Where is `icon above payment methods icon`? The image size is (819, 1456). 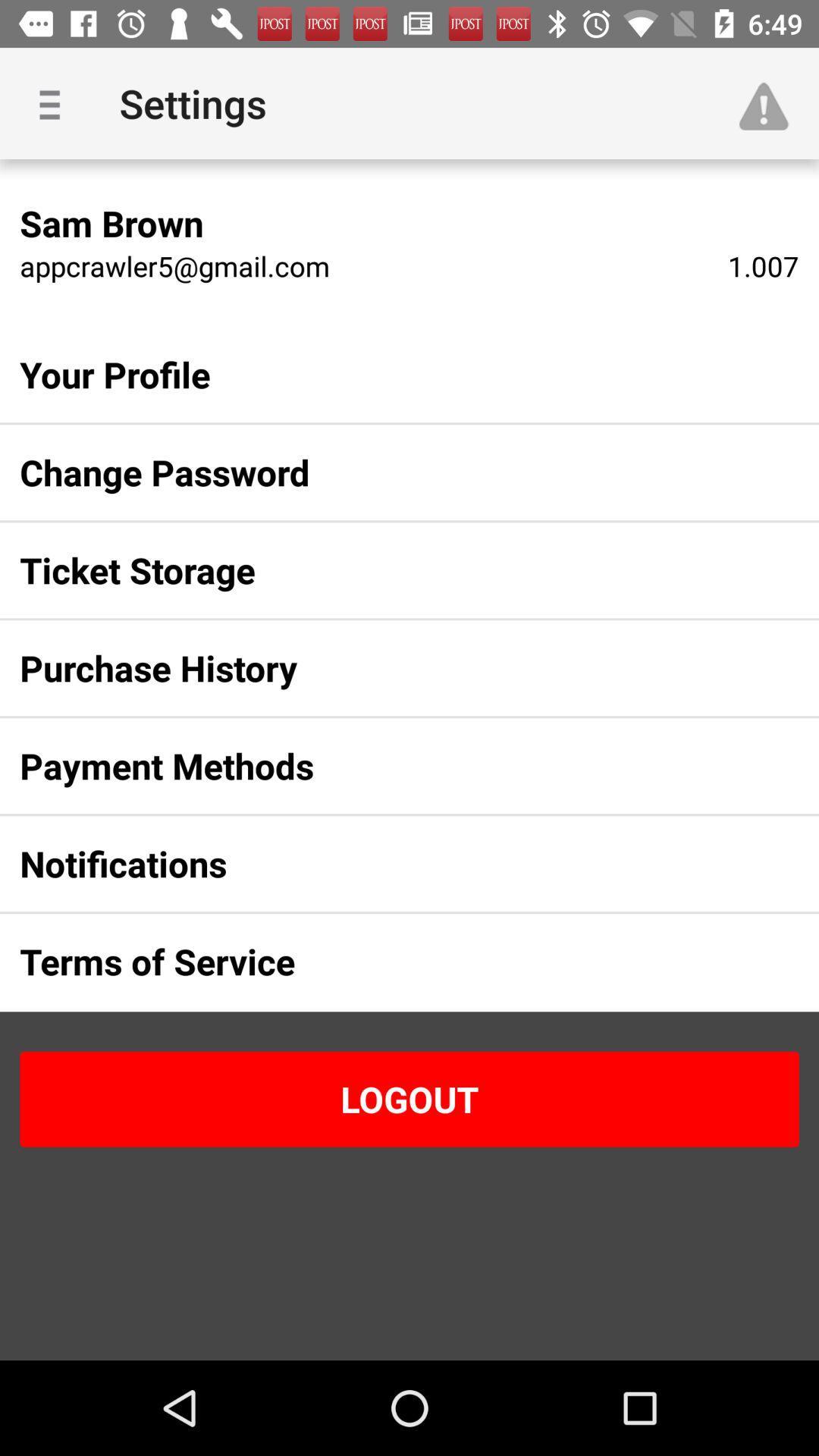 icon above payment methods icon is located at coordinates (384, 667).